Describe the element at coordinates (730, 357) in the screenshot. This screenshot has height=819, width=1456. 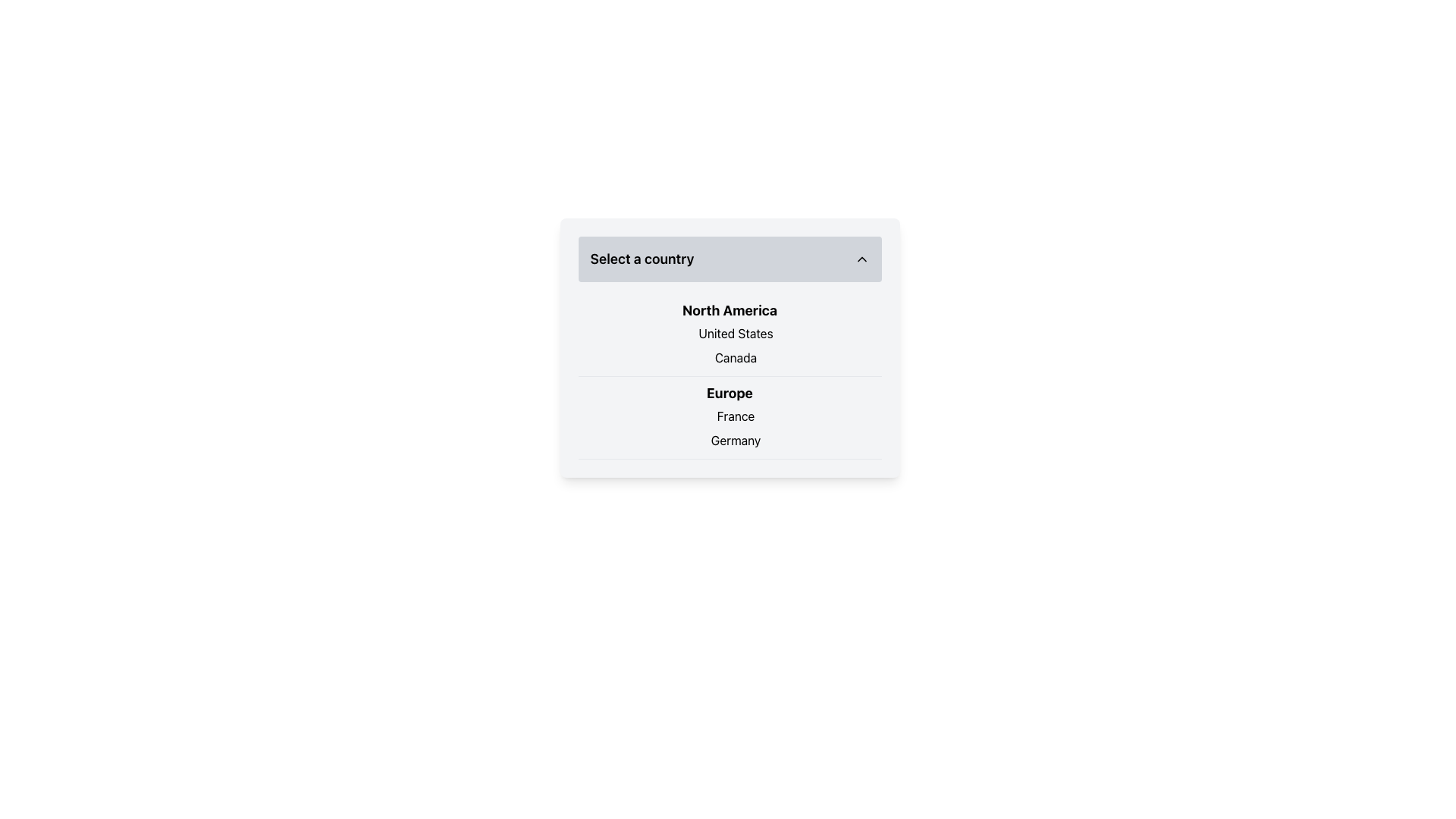
I see `the text label displaying 'Canada' in black color, located within the dropdown list under 'North America'` at that location.